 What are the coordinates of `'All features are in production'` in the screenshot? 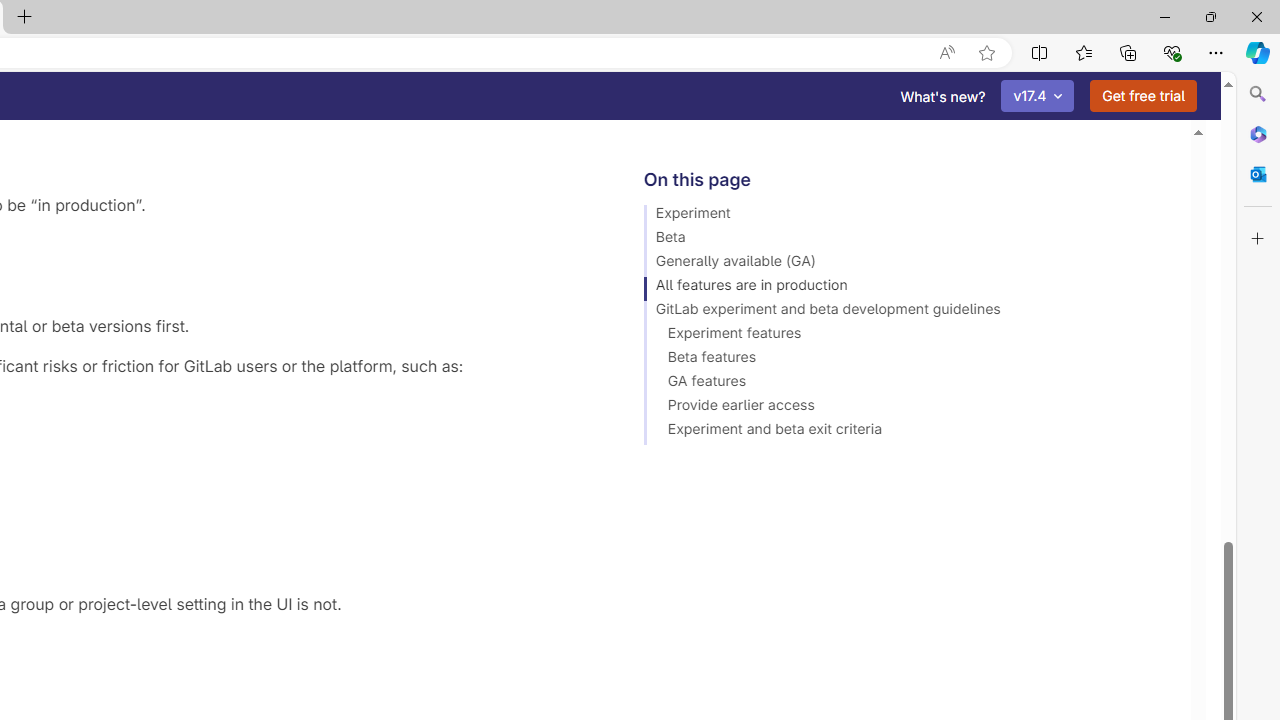 It's located at (907, 288).